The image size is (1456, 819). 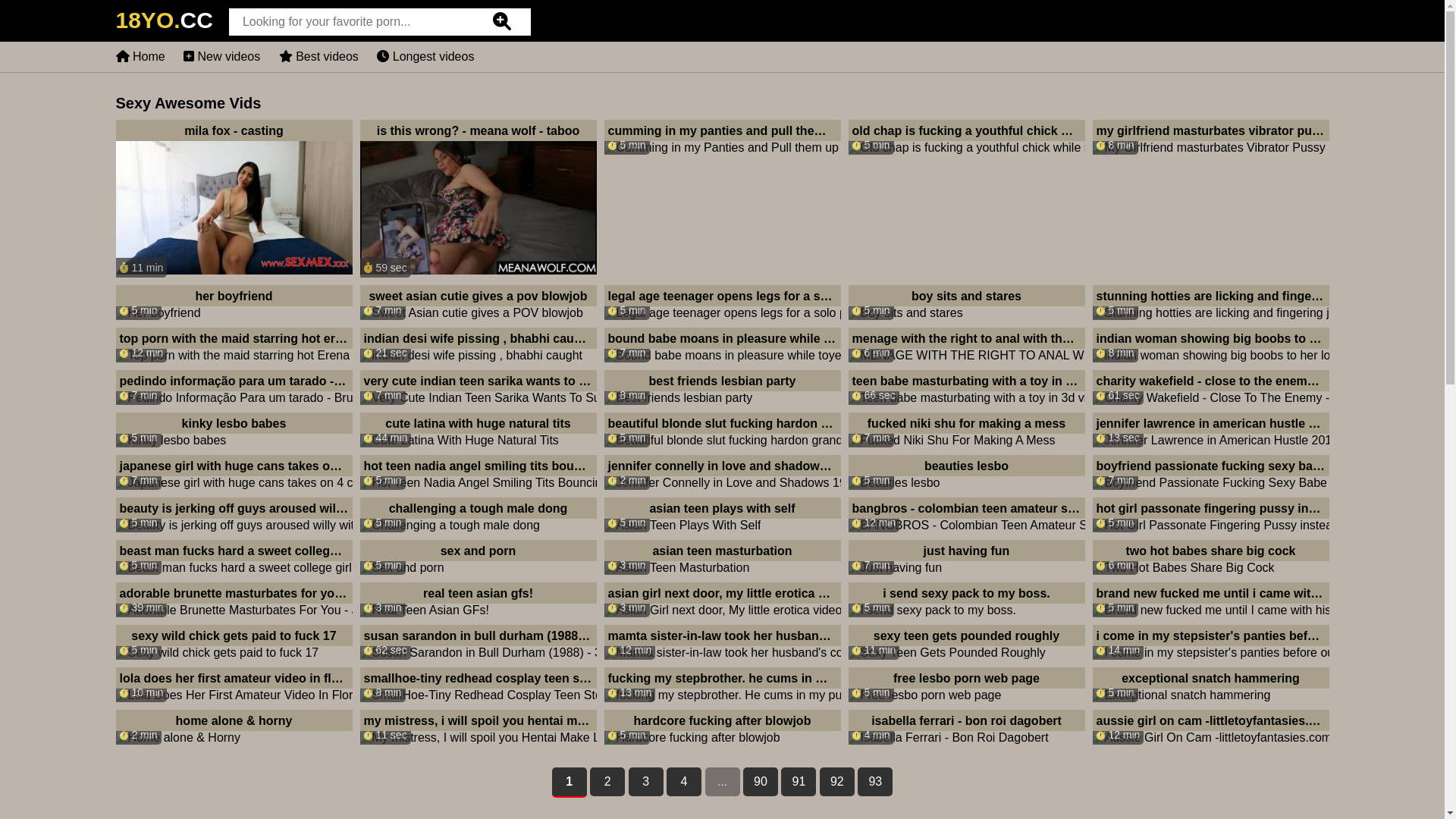 I want to click on '5 min, so click(x=476, y=513).